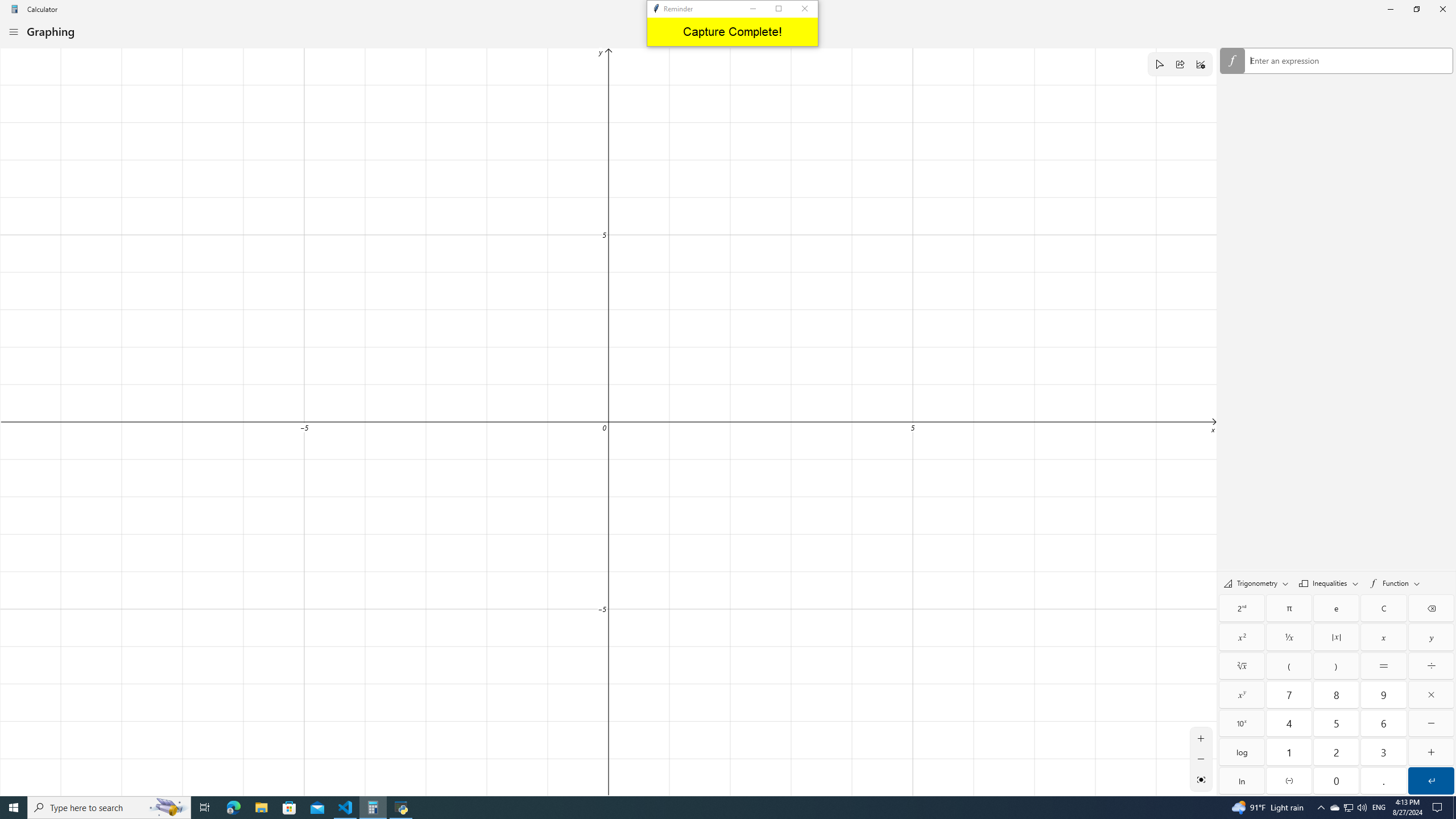 The width and height of the screenshot is (1456, 819). I want to click on 'Decimal separator', so click(1383, 780).